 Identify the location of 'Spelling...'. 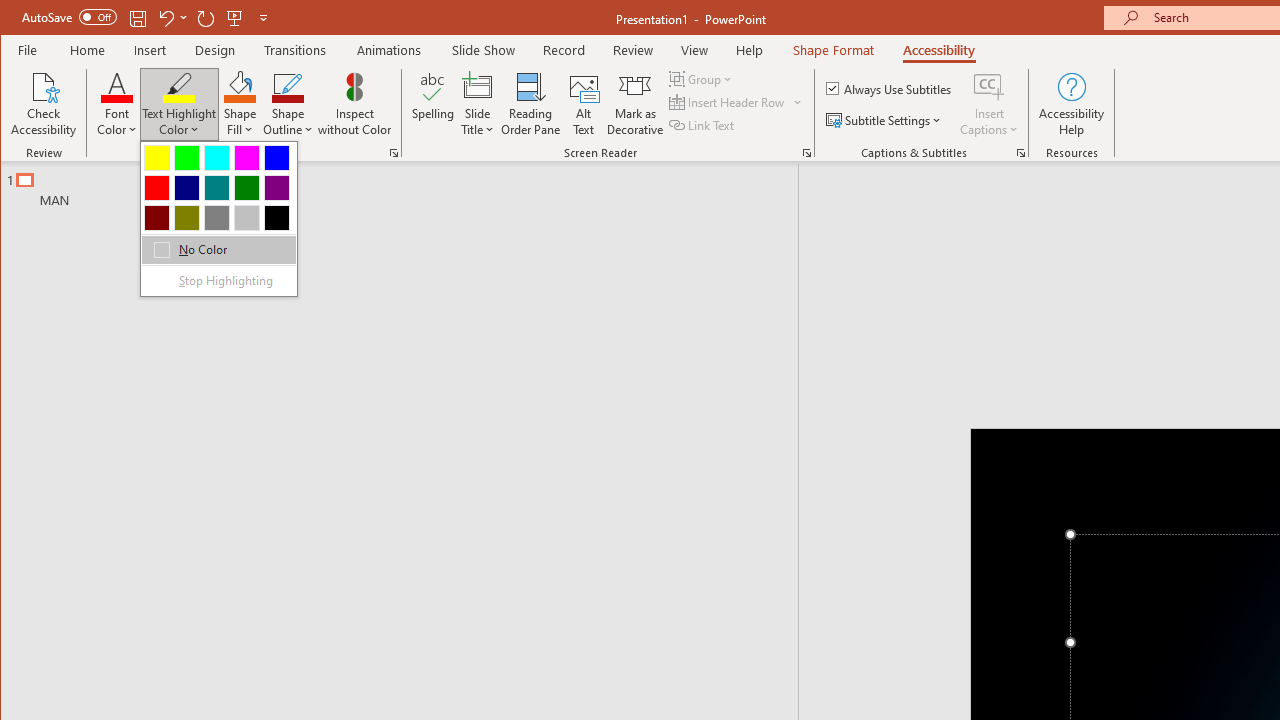
(432, 104).